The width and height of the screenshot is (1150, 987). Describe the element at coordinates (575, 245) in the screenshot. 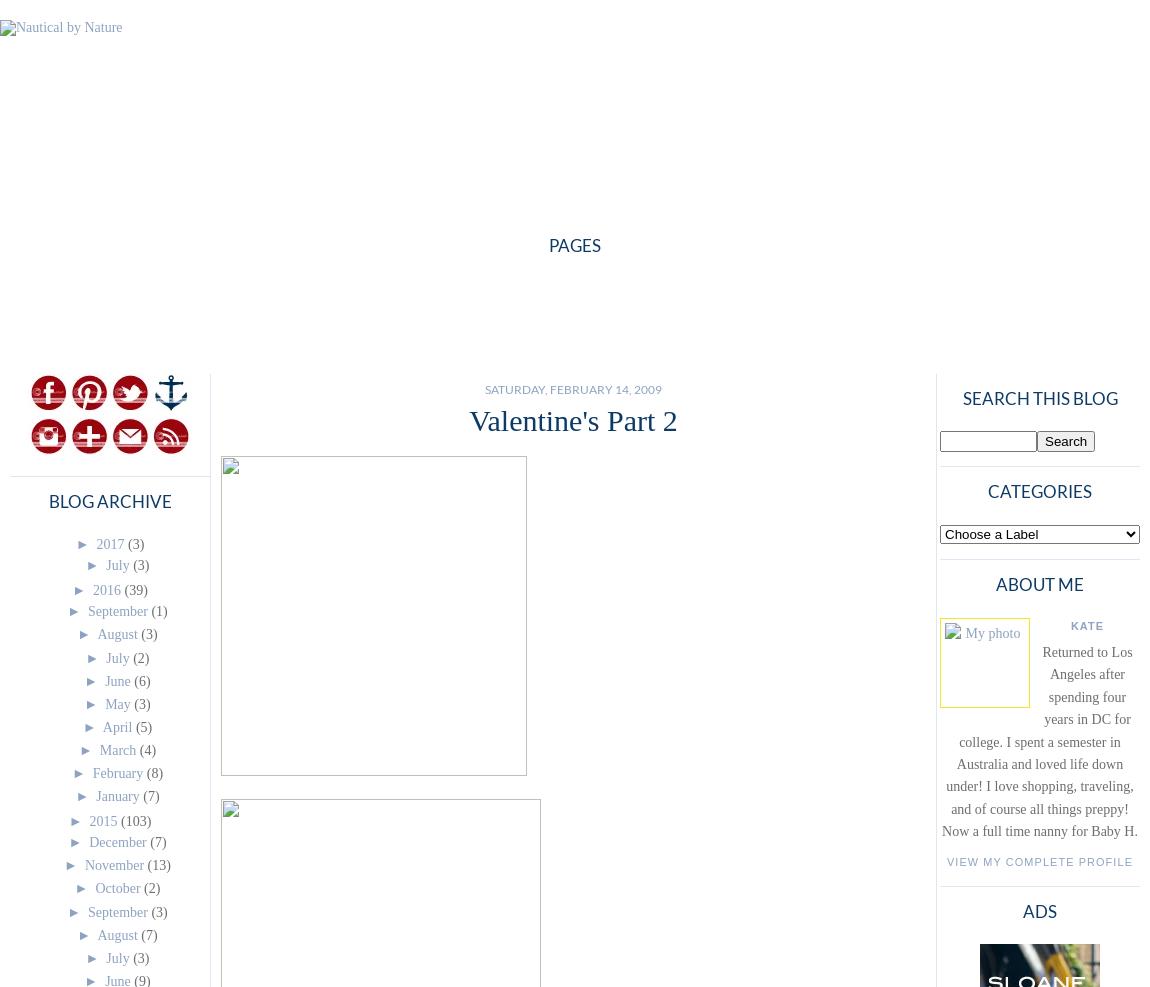

I see `'Pages'` at that location.